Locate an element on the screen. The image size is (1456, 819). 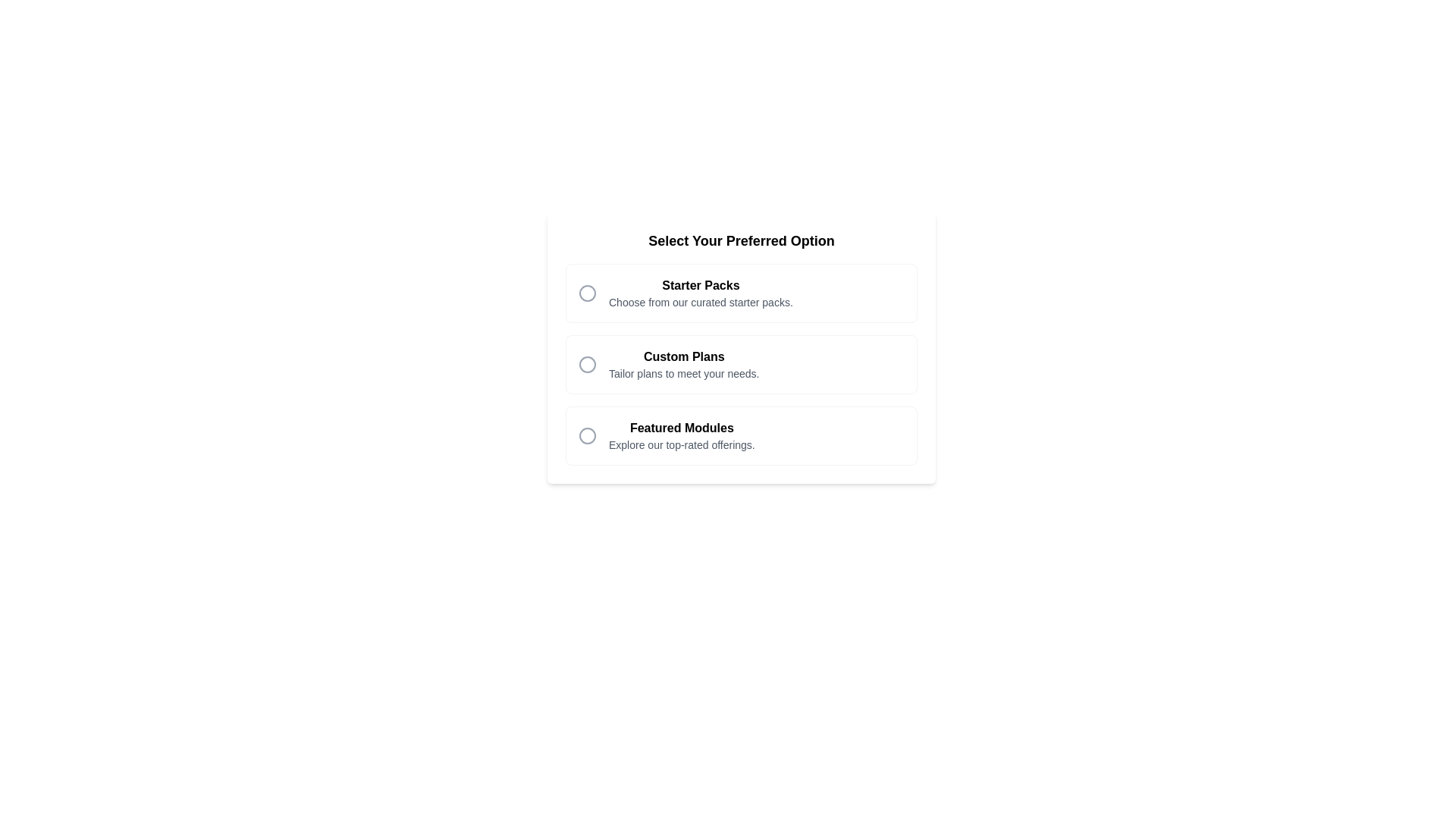
the header label for the first selectable option, which is located above the text 'Choose from our curated starter packs.' is located at coordinates (700, 286).